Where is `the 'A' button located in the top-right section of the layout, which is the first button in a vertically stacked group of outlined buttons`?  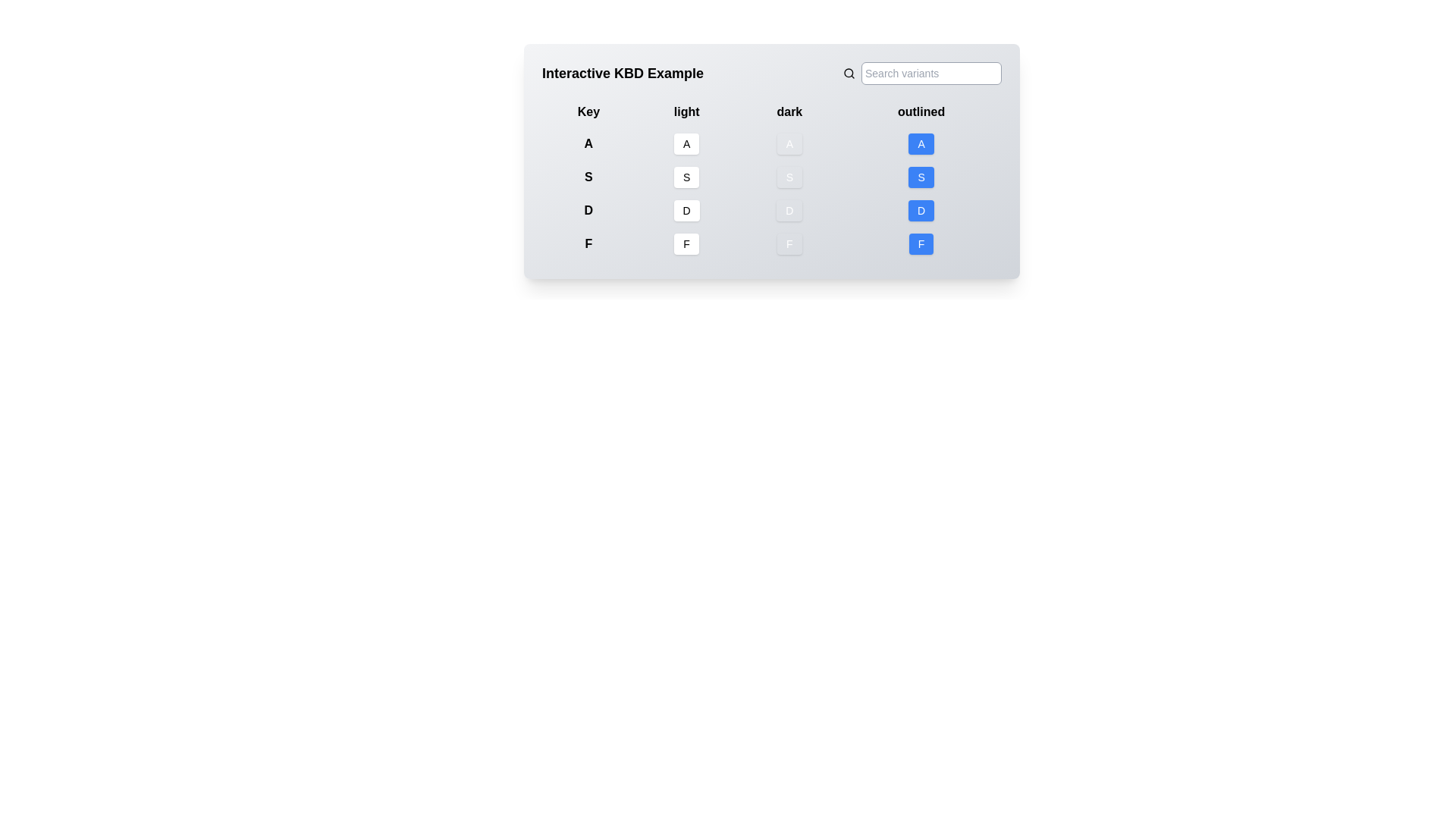
the 'A' button located in the top-right section of the layout, which is the first button in a vertically stacked group of outlined buttons is located at coordinates (921, 143).